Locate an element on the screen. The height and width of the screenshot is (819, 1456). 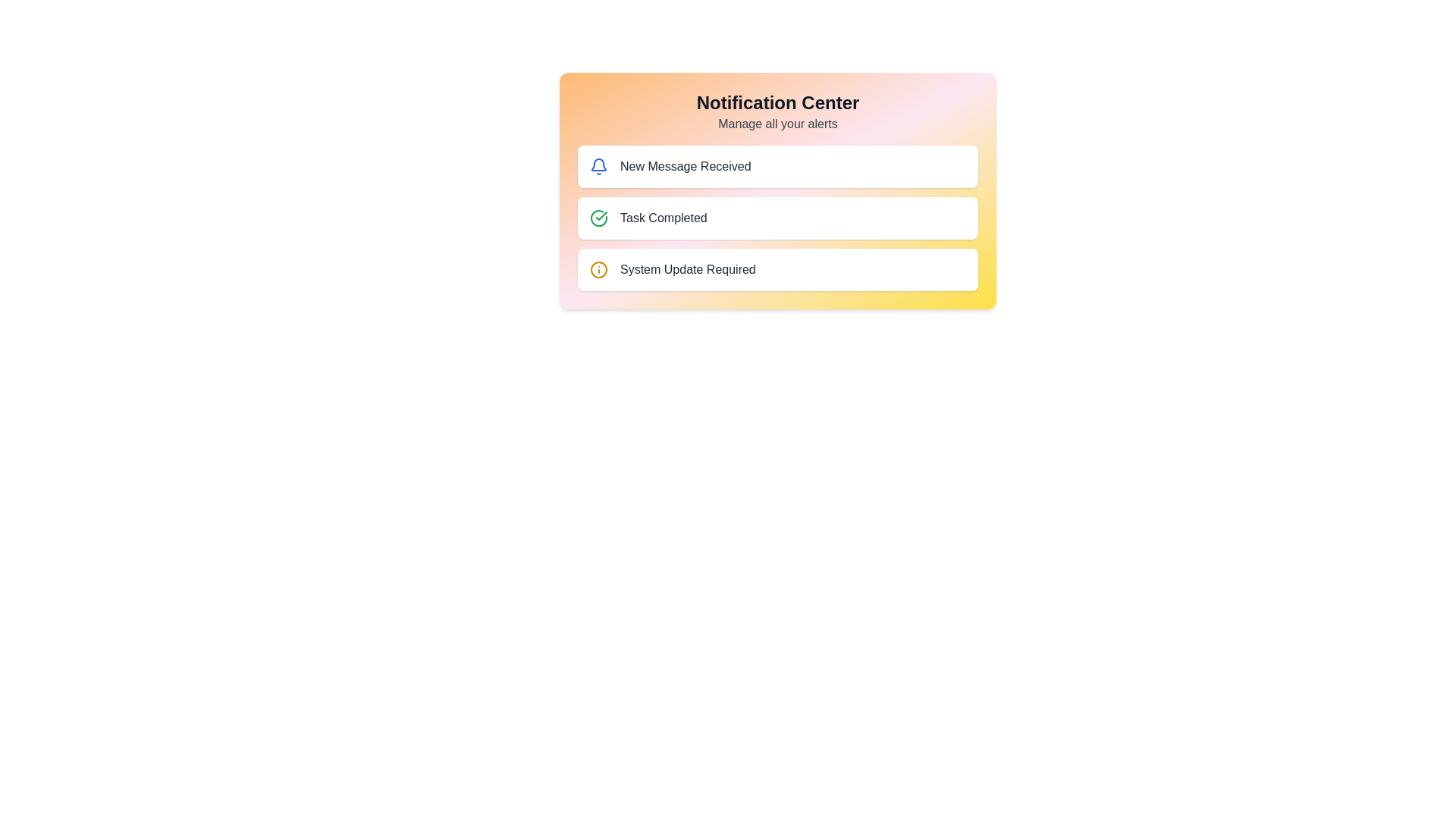
the notification icon for Task Completed is located at coordinates (598, 218).